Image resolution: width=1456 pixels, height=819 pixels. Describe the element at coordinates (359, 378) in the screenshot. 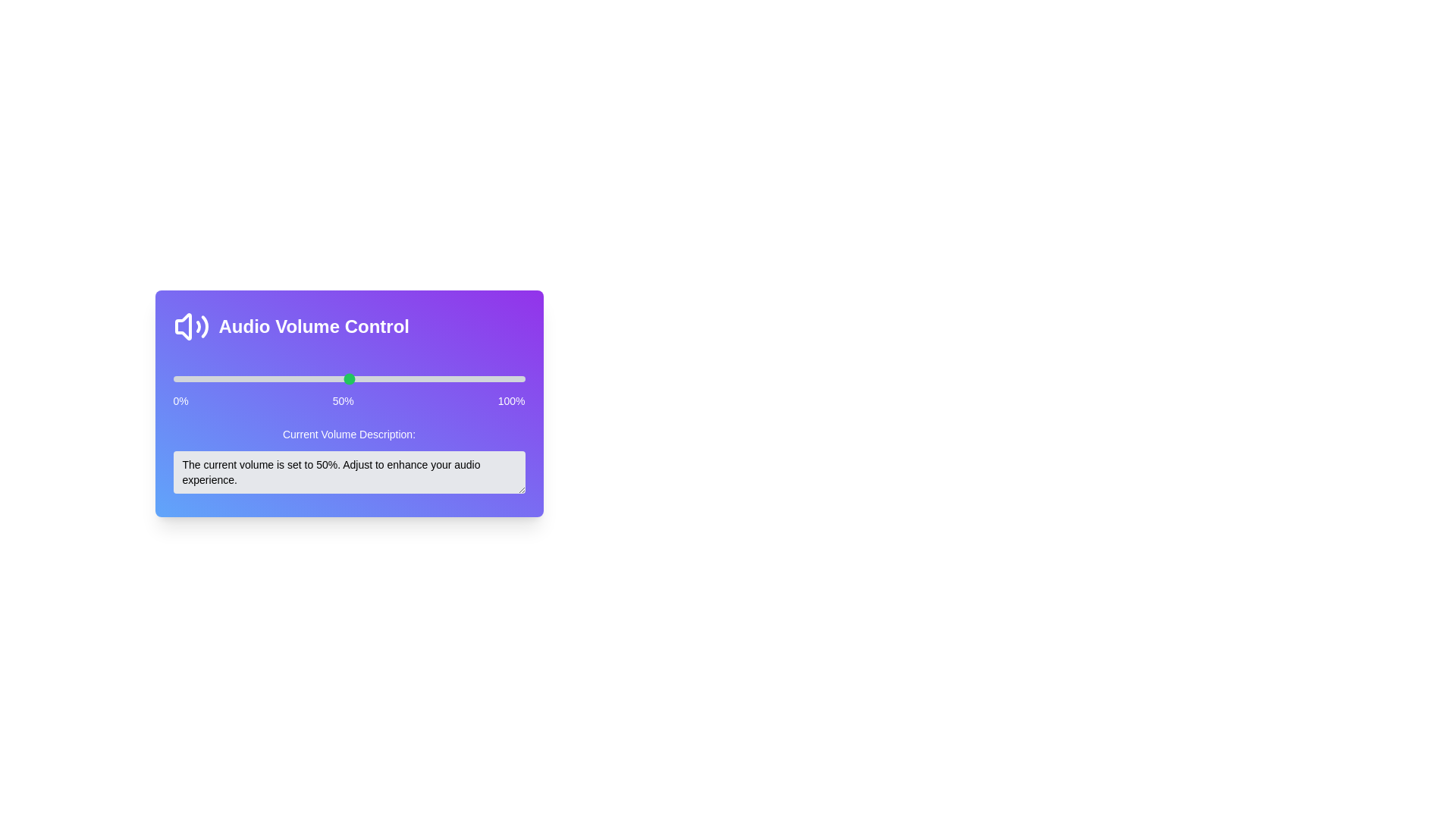

I see `the volume slider to 53%` at that location.